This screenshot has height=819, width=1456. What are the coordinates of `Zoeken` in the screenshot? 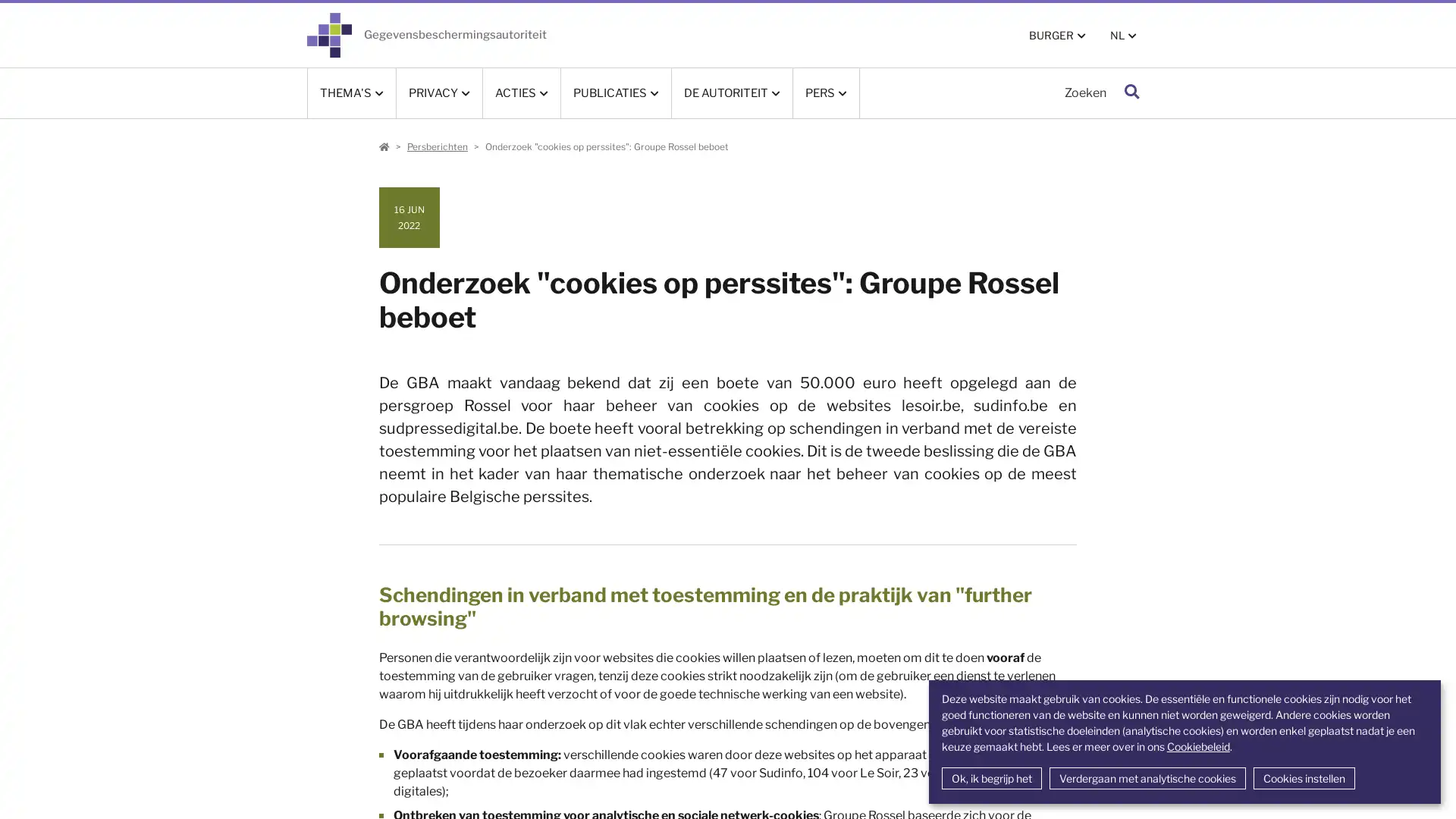 It's located at (1131, 93).